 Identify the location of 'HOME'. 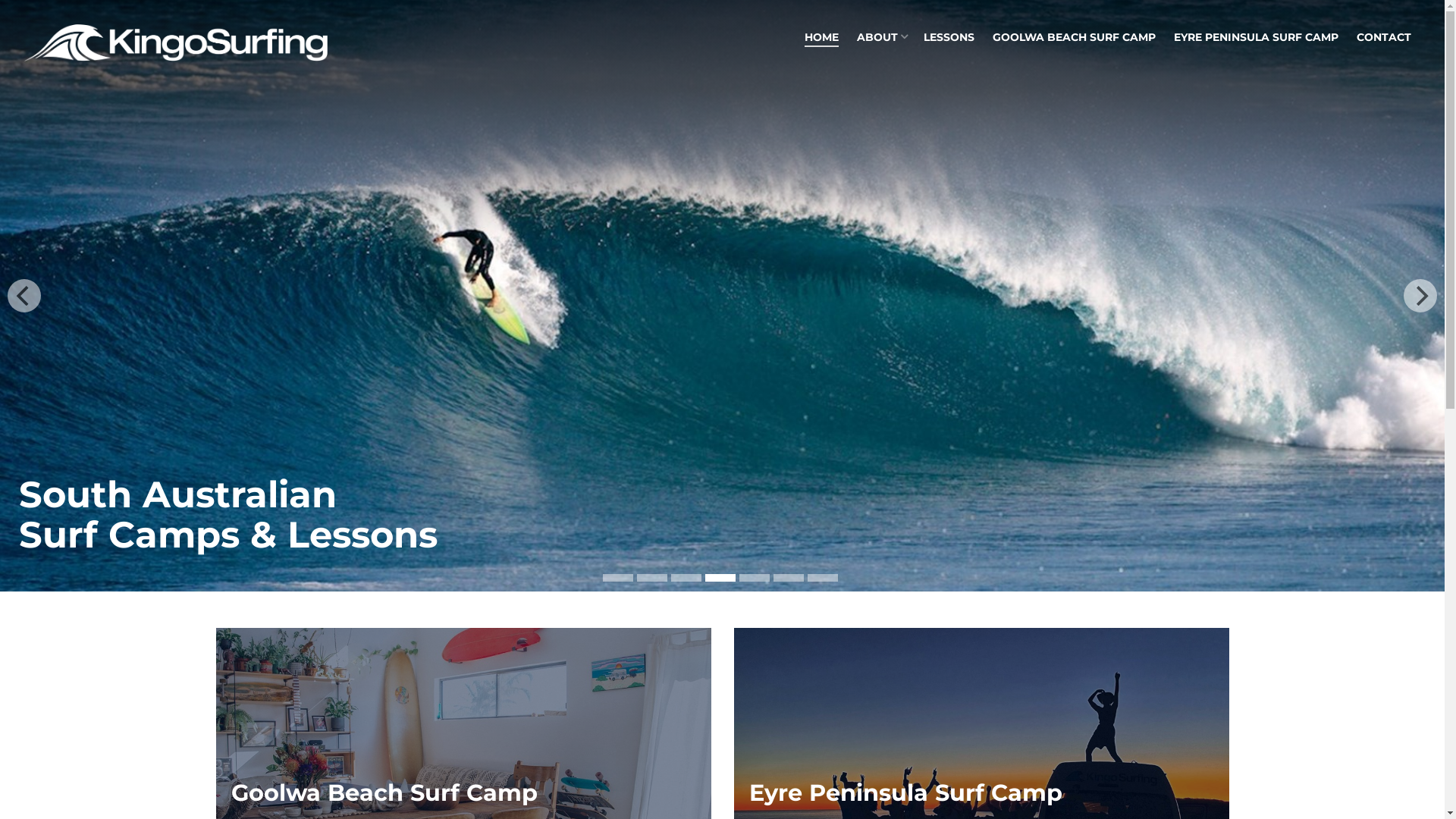
(821, 37).